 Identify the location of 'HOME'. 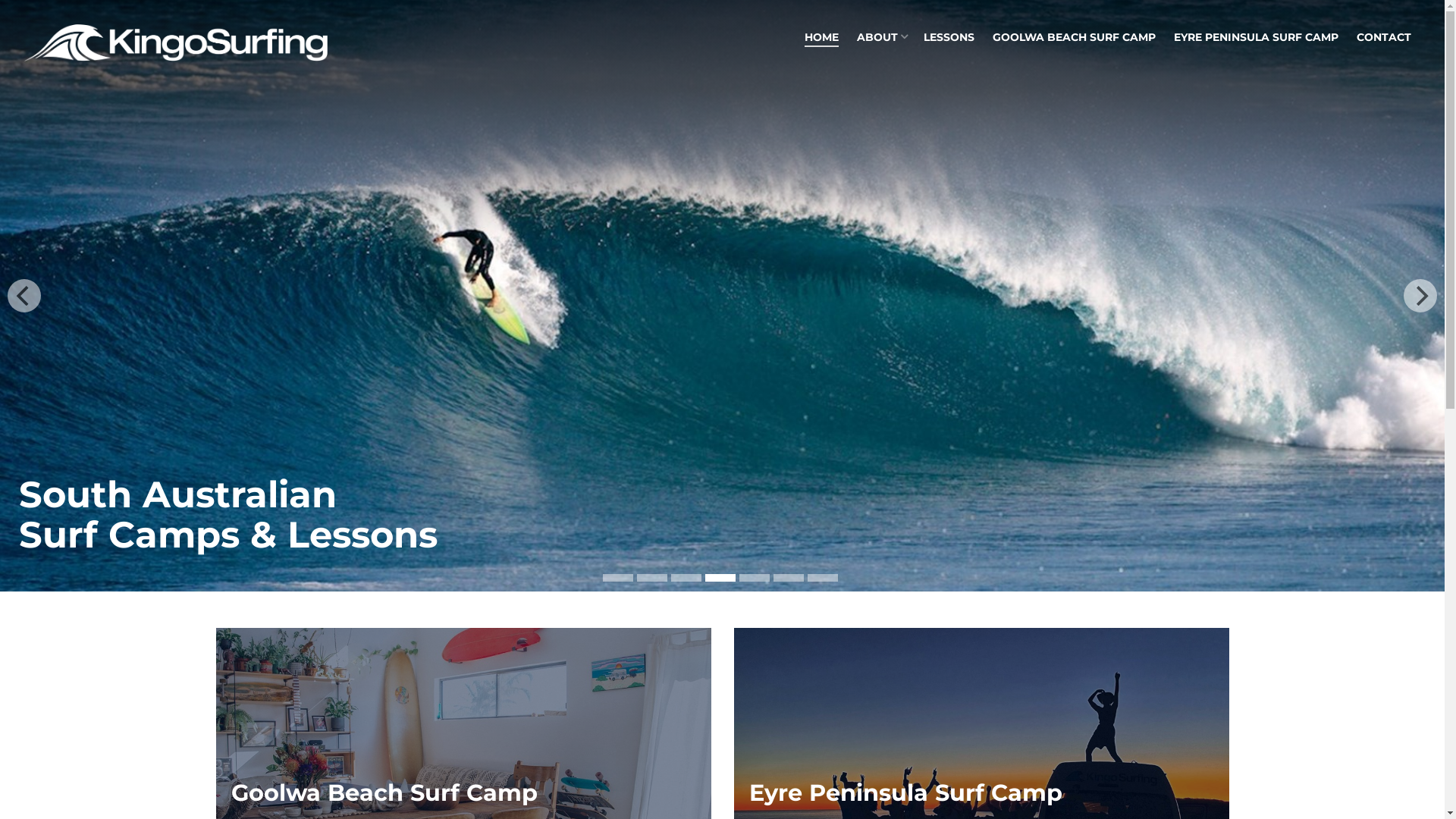
(821, 37).